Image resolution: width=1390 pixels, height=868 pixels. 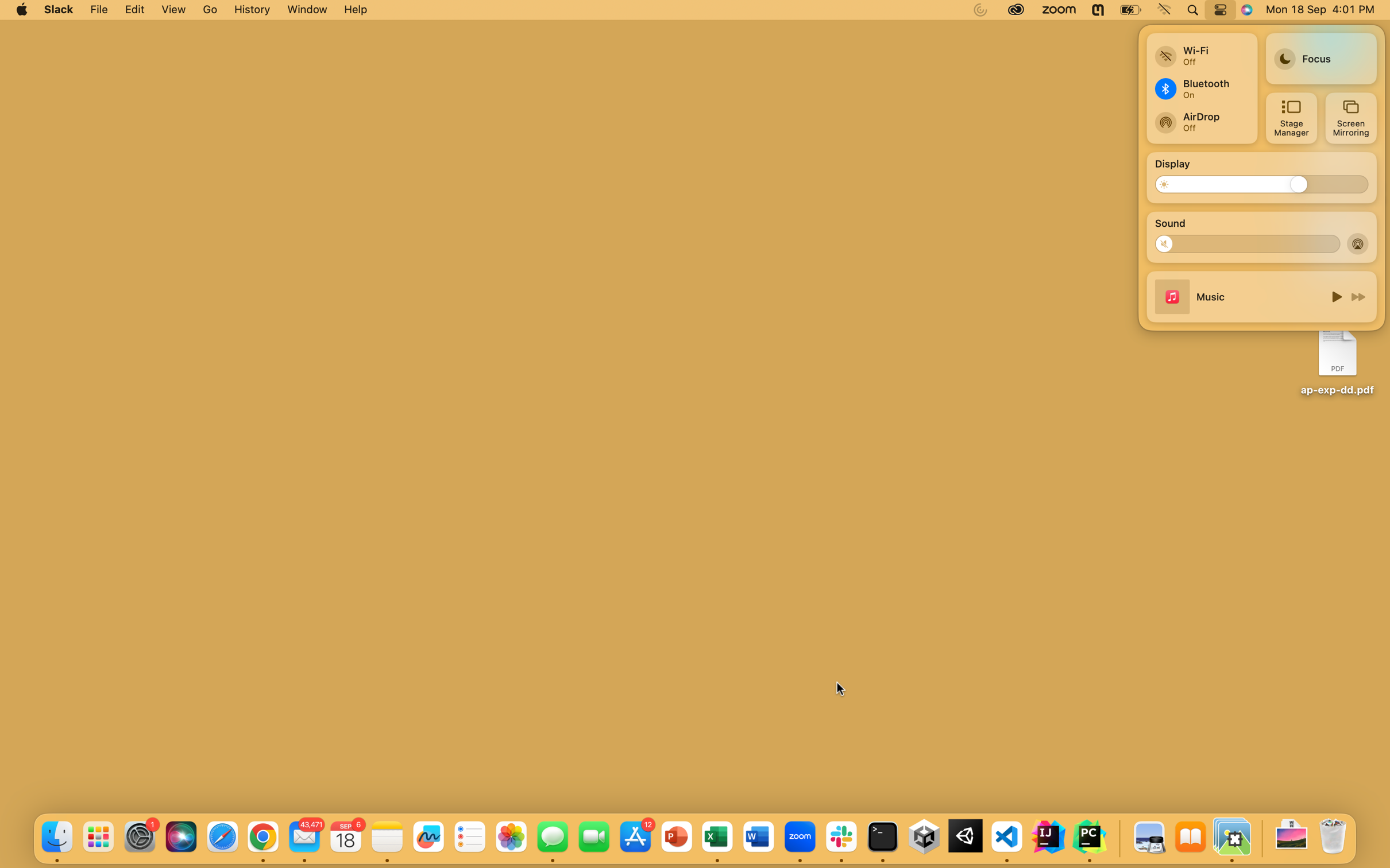 I want to click on Disconnect from a wifi network, so click(x=1200, y=51).